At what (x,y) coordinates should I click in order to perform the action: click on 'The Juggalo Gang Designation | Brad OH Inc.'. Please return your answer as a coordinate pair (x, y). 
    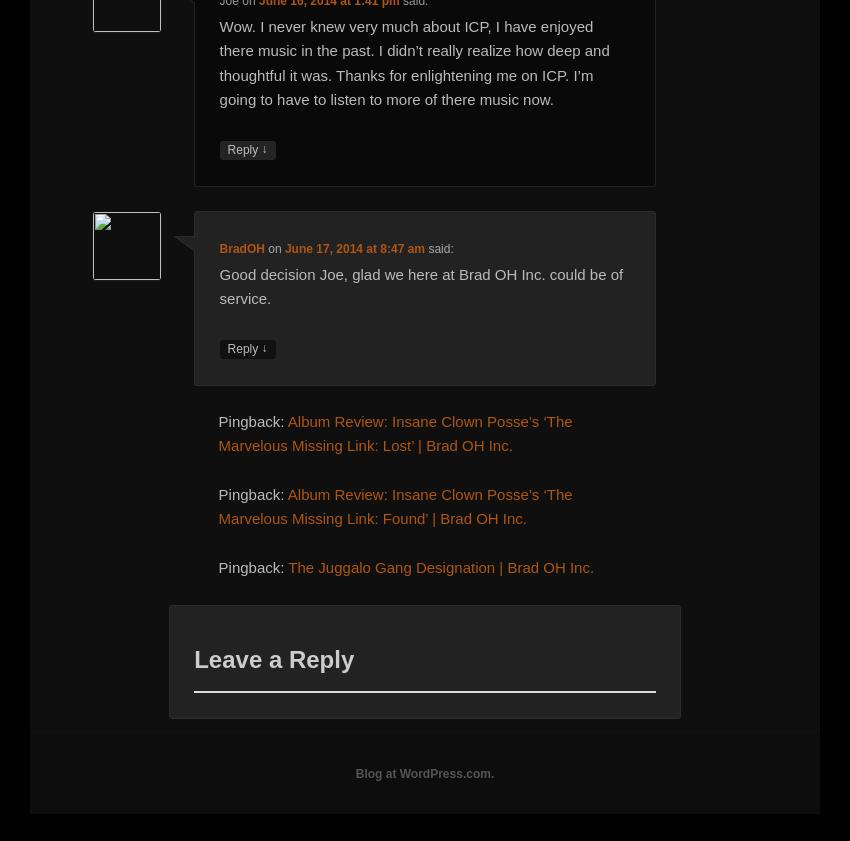
    Looking at the image, I should click on (439, 567).